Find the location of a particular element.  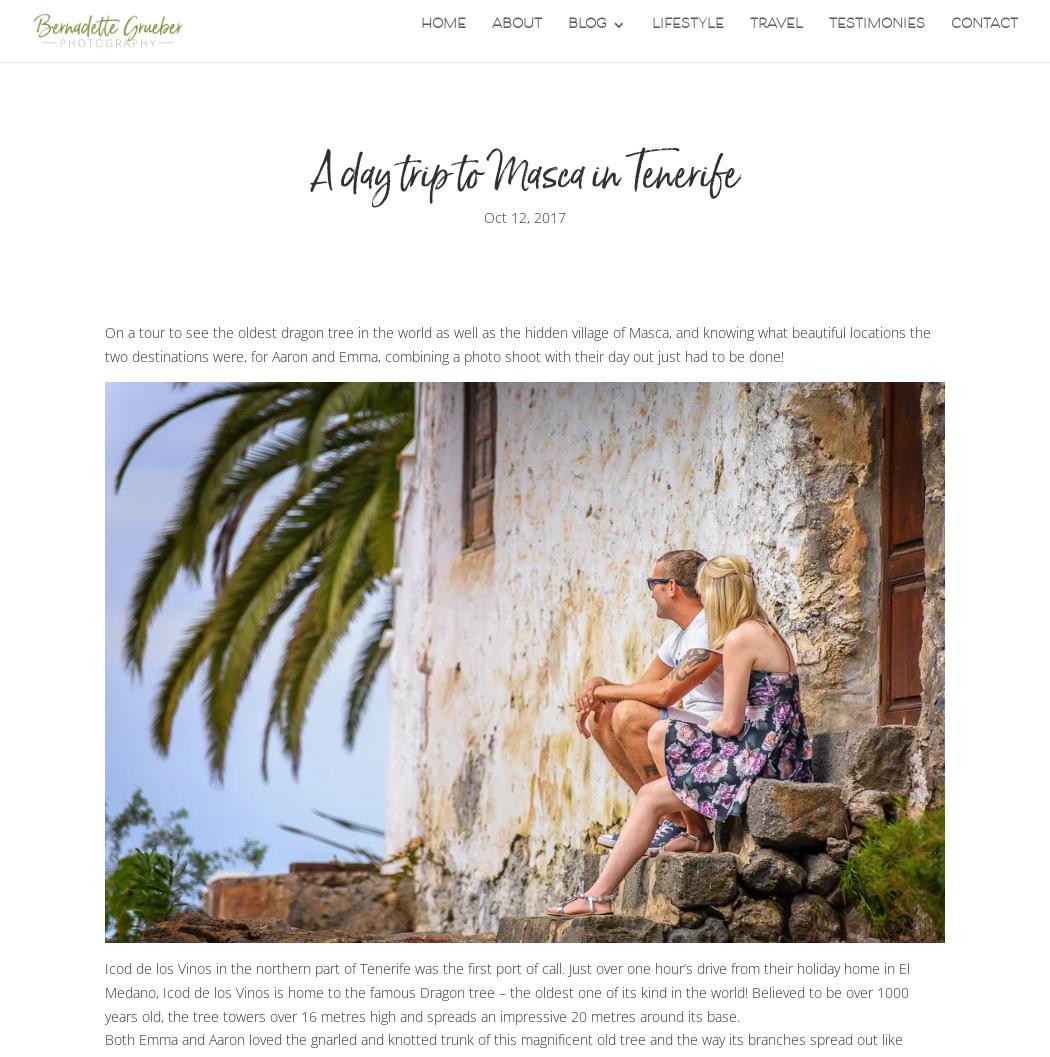

'Icod de los Vinos in the northern part of Tenerife was the first port of call. Just over one hour’s drive from their holiday home in El Medano, Icod de los Vinos is home to the famous Dragon tree – the oldest one of its kind in the world! Believed to be over 1000 years old, the tree towers over 16 metres high and spreads an impressive 20 metres around its base.' is located at coordinates (506, 990).